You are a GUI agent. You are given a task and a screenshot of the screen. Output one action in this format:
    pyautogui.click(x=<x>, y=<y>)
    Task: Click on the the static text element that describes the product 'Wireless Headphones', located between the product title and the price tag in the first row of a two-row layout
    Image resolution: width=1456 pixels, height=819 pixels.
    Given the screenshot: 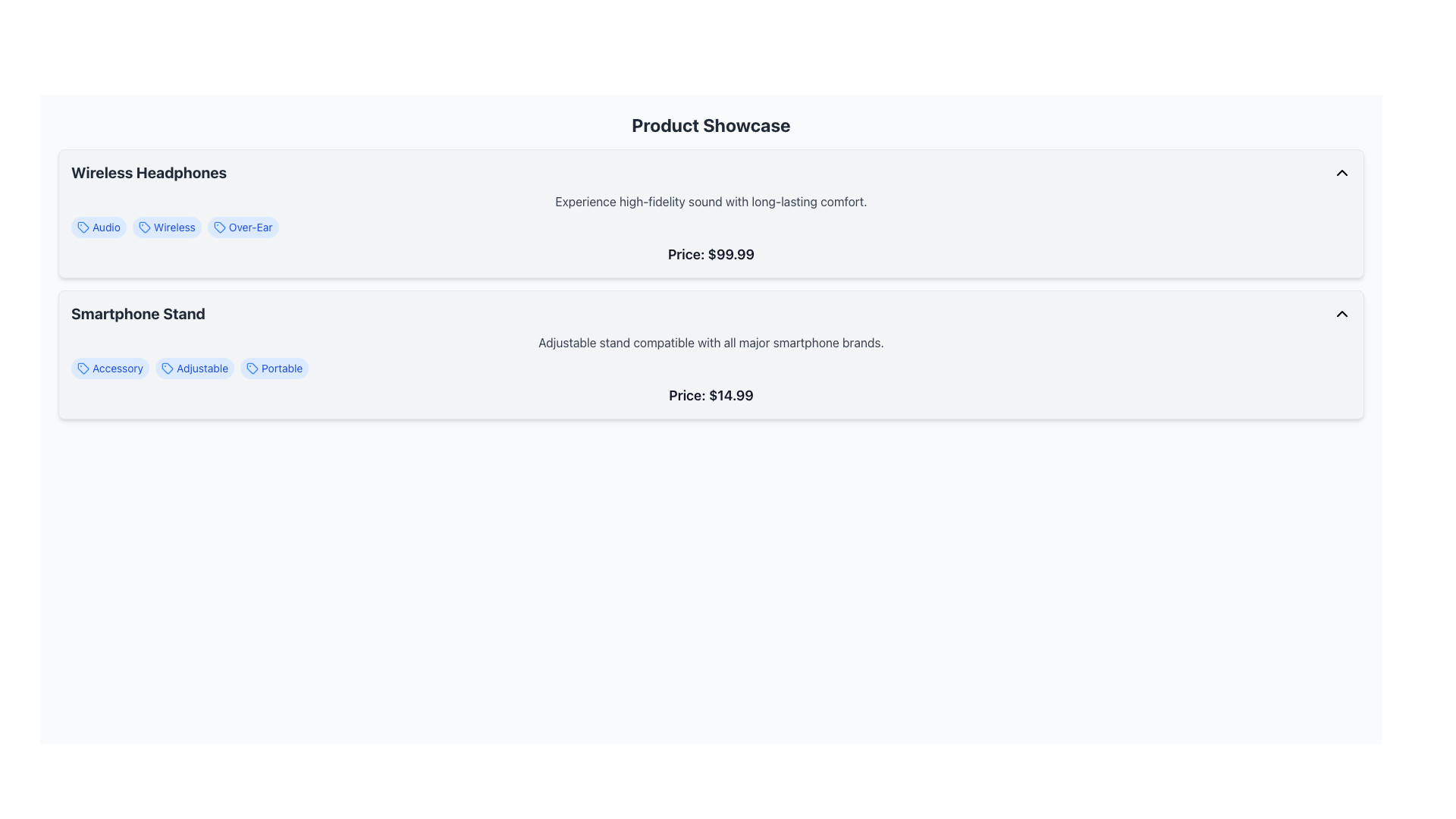 What is the action you would take?
    pyautogui.click(x=710, y=201)
    